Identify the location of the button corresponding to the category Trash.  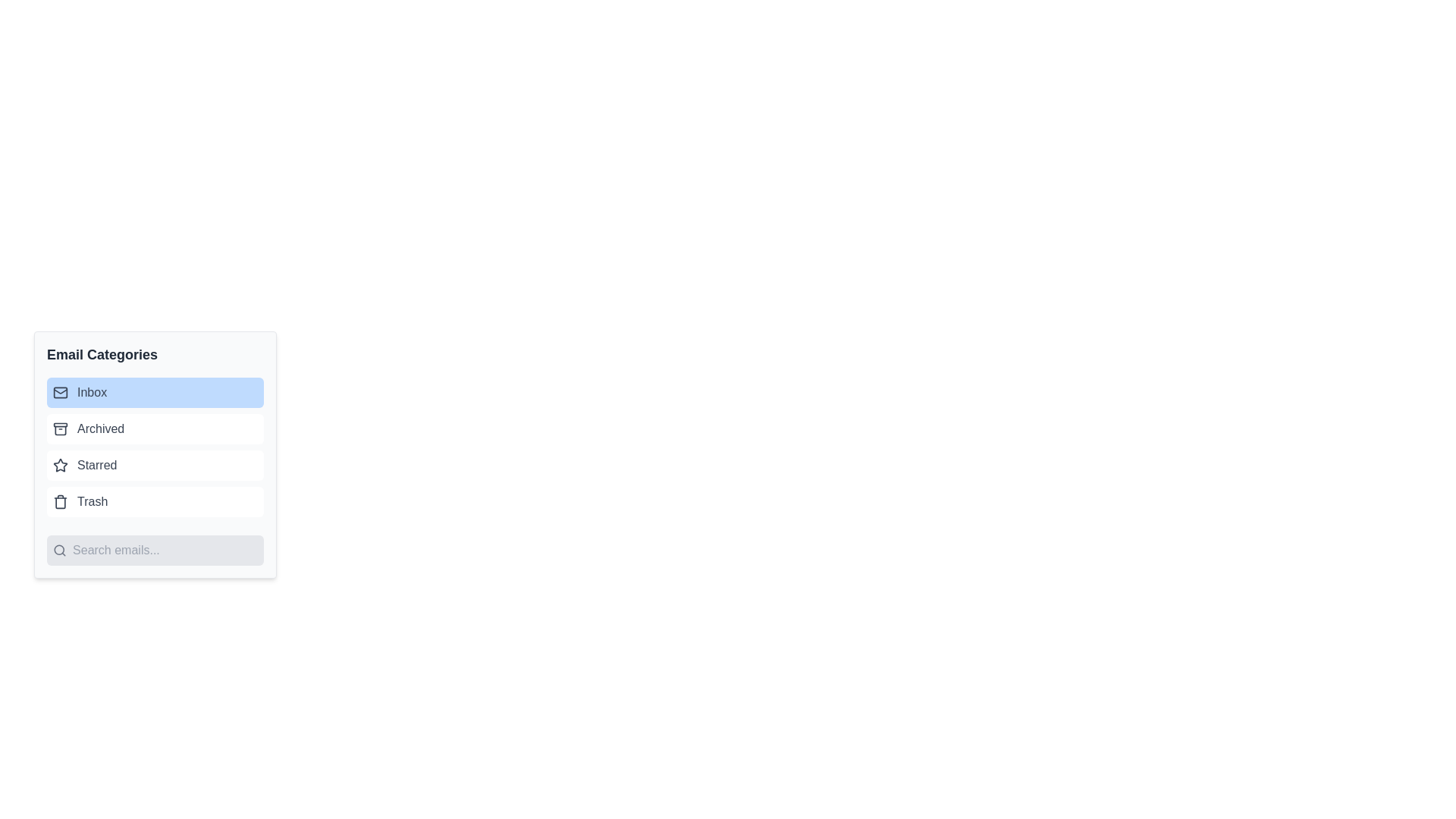
(155, 502).